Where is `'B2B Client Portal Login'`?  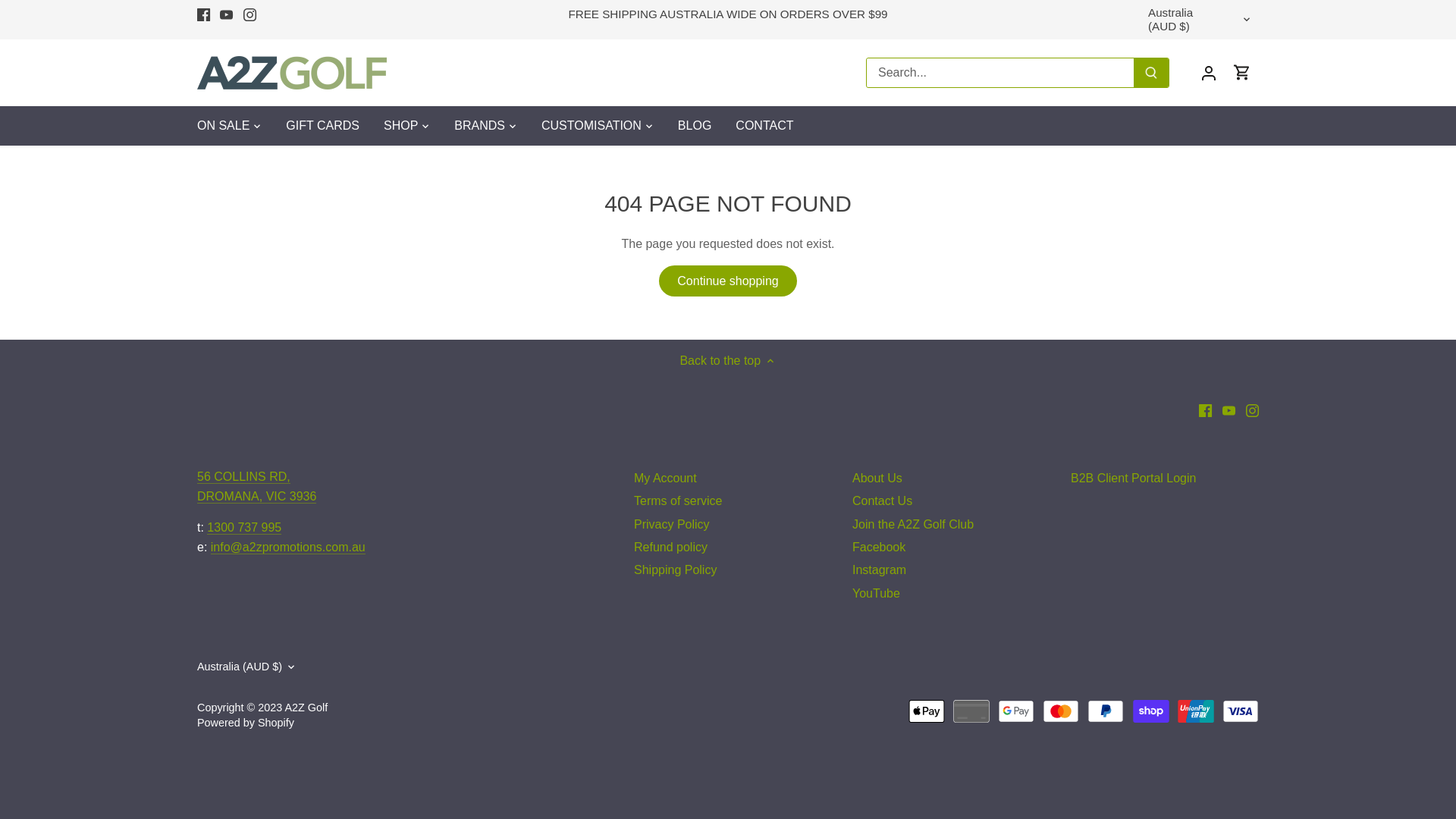 'B2B Client Portal Login' is located at coordinates (1133, 479).